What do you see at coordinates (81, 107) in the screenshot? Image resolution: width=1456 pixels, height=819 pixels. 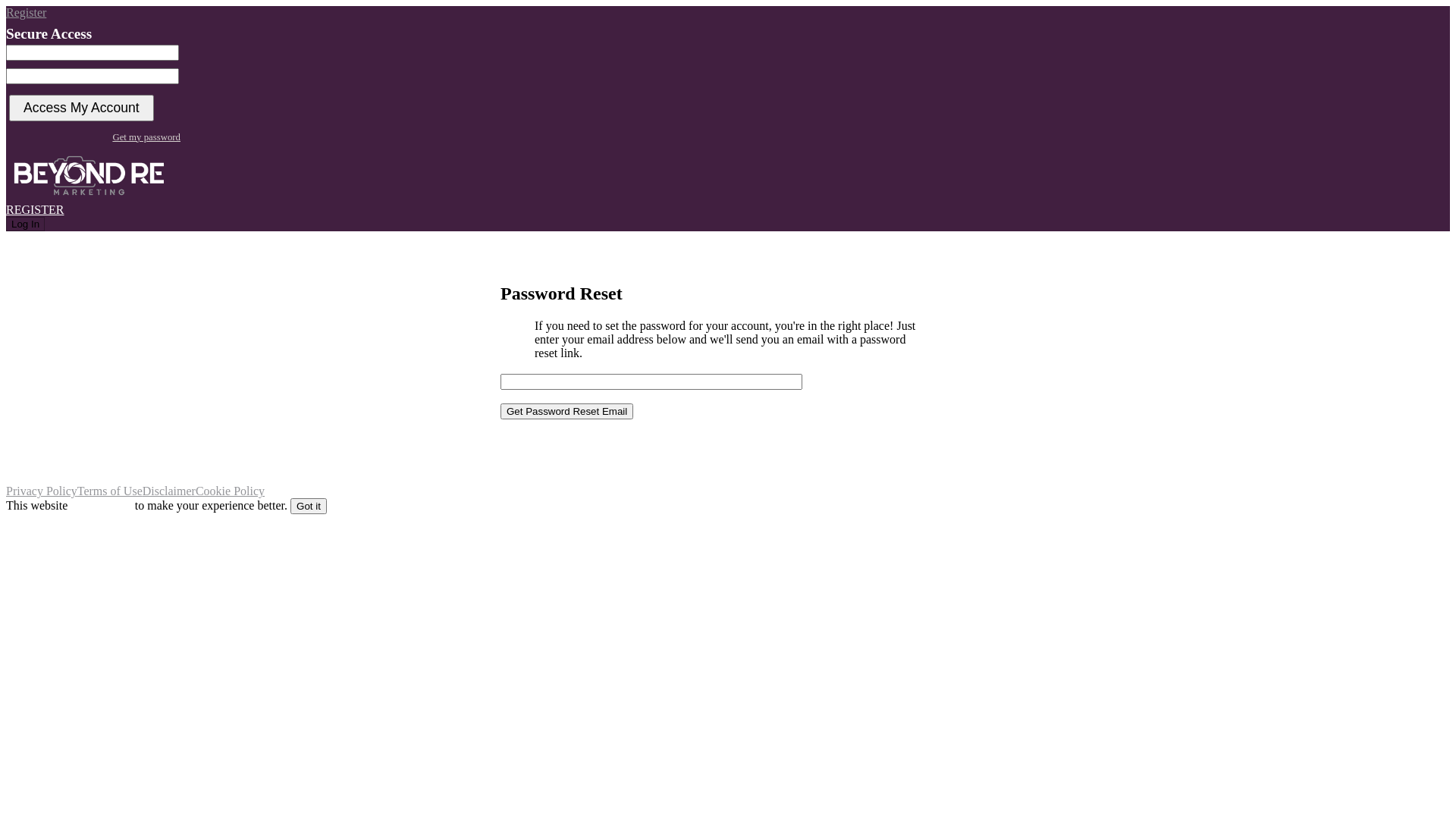 I see `'Access My Account'` at bounding box center [81, 107].